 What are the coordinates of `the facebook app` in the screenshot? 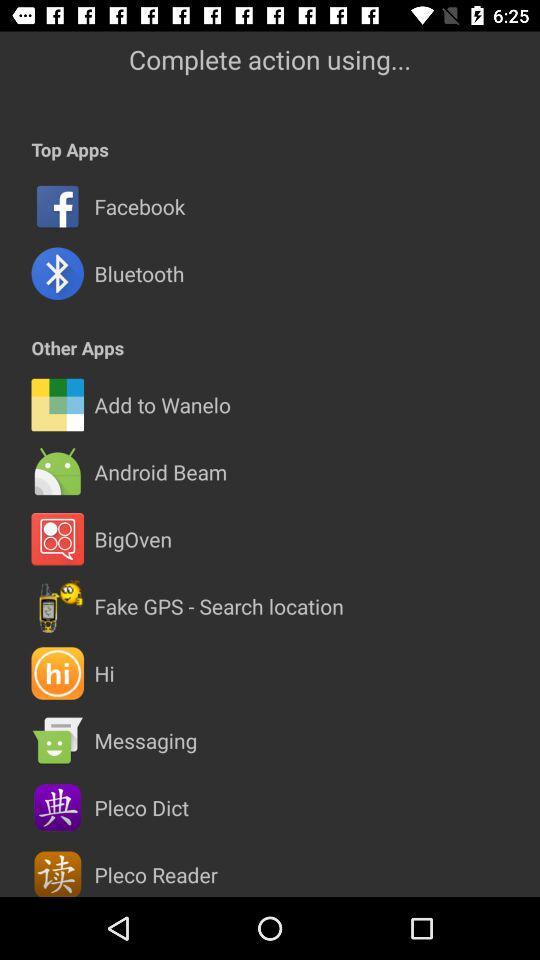 It's located at (138, 206).